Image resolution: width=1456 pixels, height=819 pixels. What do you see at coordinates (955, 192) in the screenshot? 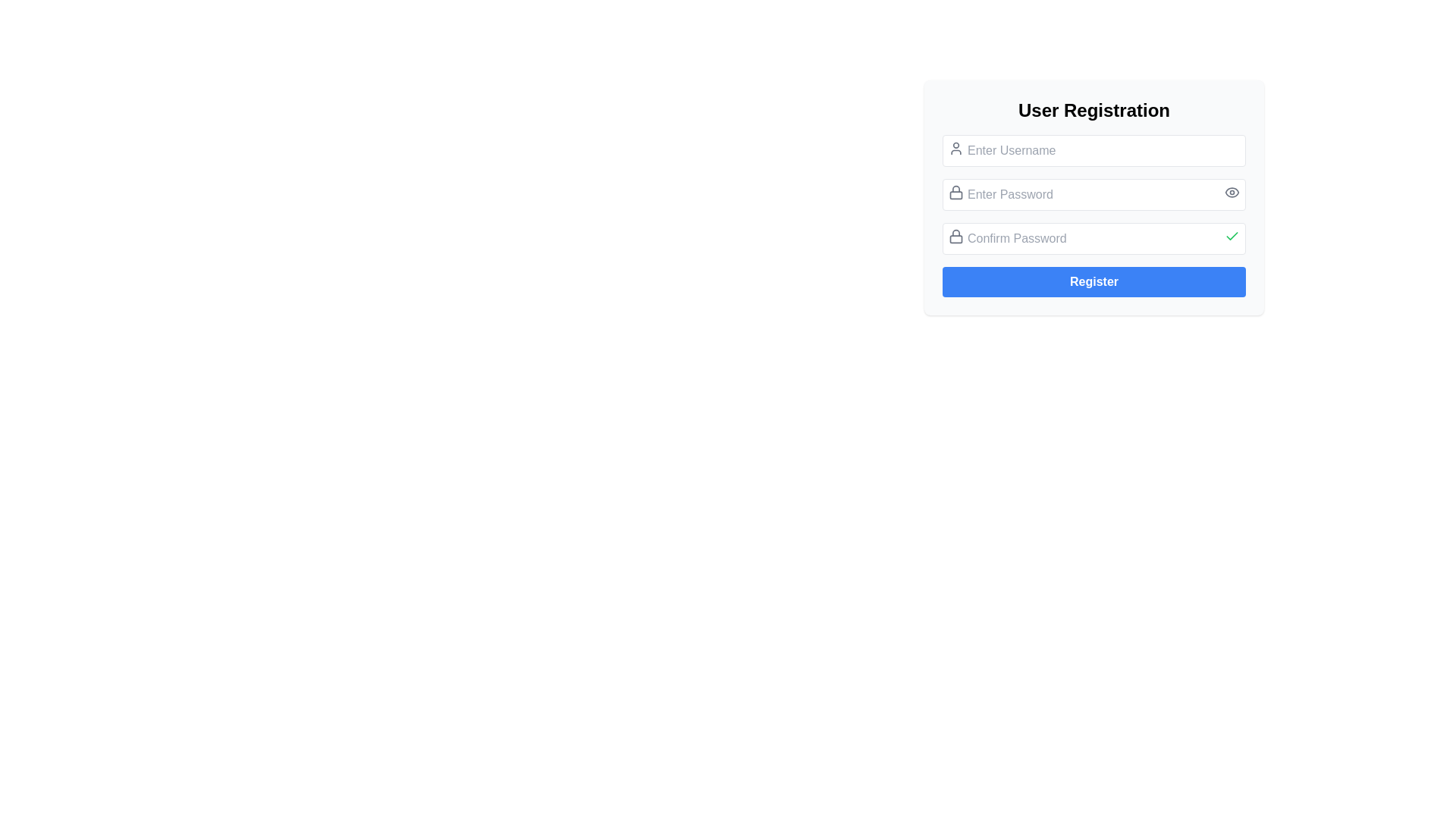
I see `the lock icon positioned to the left of the password input field labeled 'Enter Password'` at bounding box center [955, 192].